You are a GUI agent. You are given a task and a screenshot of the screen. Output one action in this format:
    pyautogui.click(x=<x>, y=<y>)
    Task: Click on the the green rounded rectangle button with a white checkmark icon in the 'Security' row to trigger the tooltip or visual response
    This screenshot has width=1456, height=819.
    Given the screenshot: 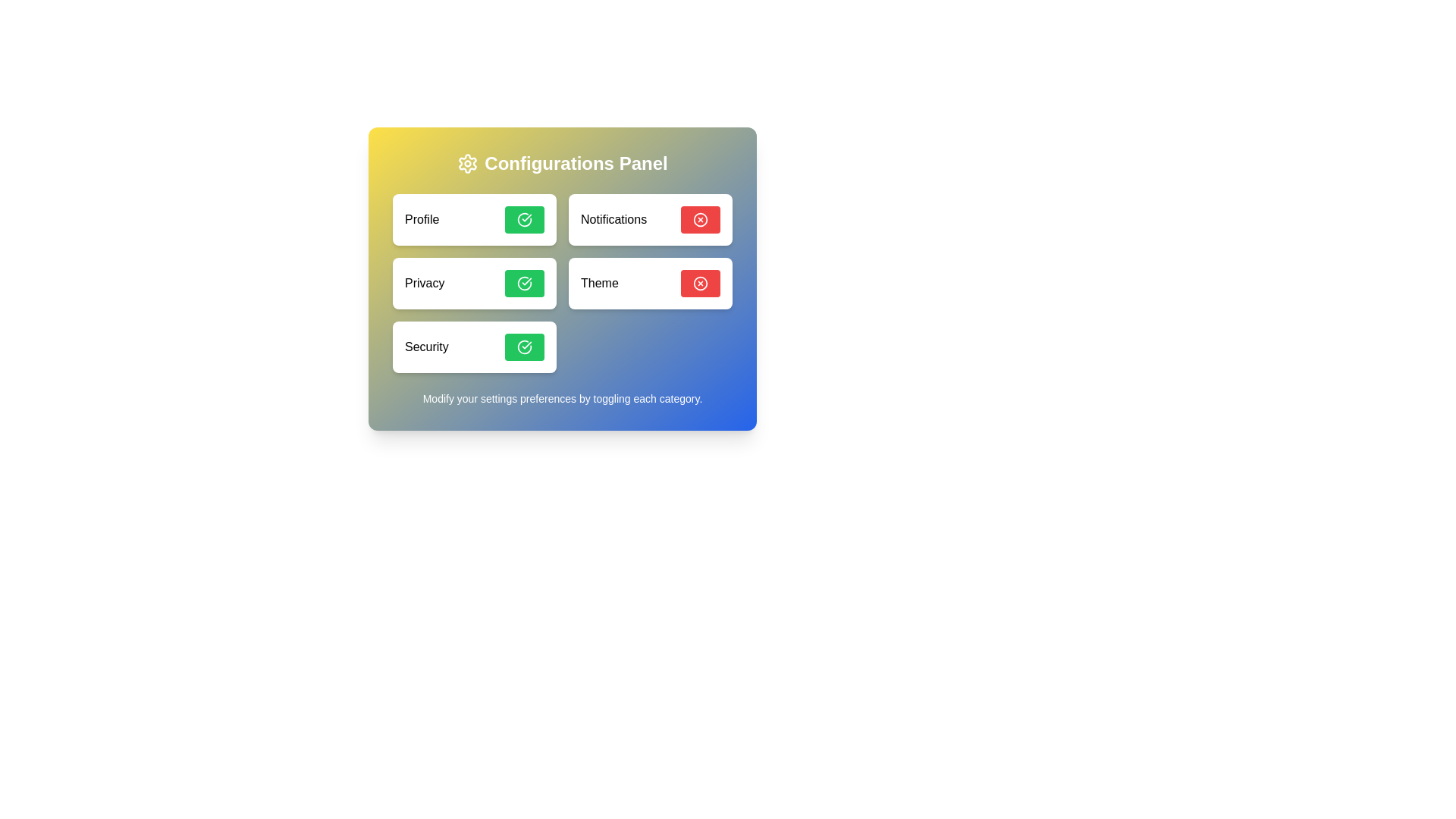 What is the action you would take?
    pyautogui.click(x=524, y=347)
    